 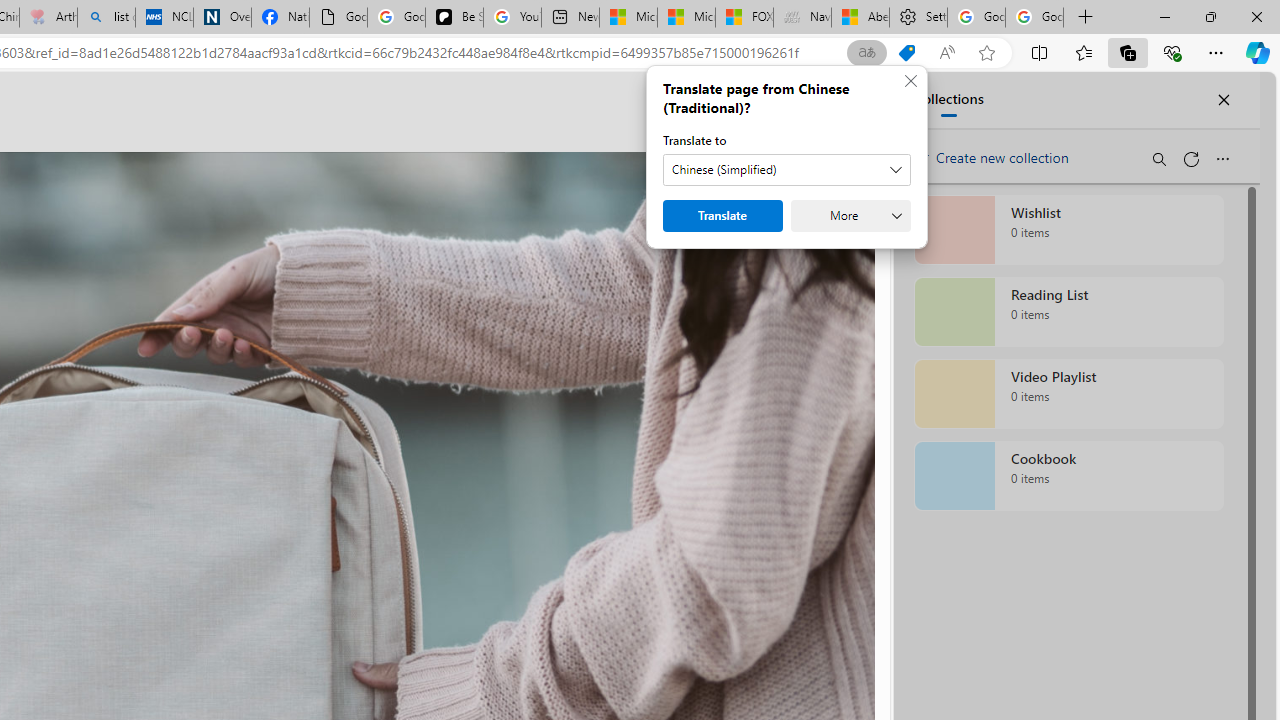 I want to click on 'More', so click(x=851, y=216).